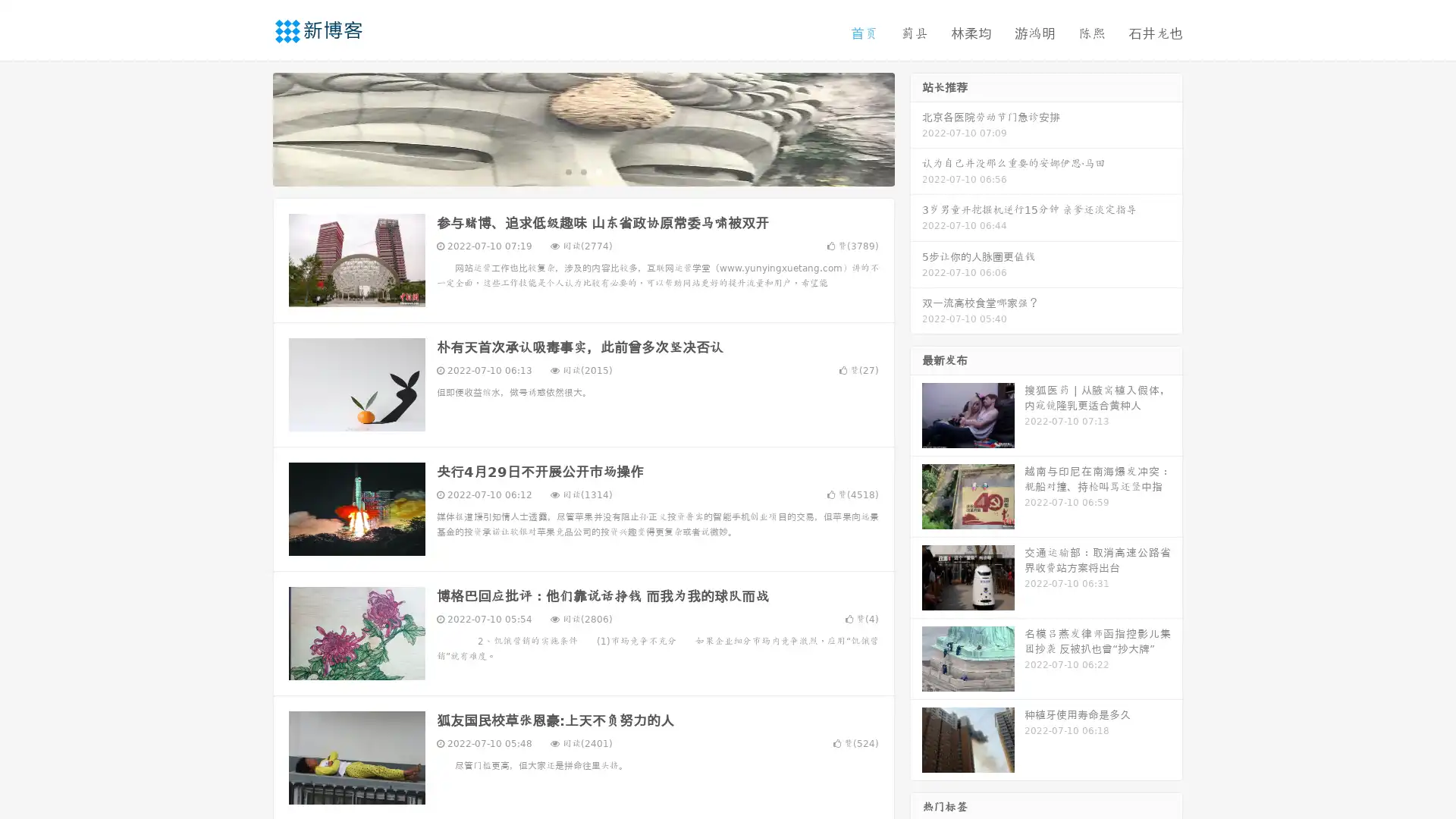 The width and height of the screenshot is (1456, 819). Describe the element at coordinates (582, 171) in the screenshot. I see `Go to slide 2` at that location.